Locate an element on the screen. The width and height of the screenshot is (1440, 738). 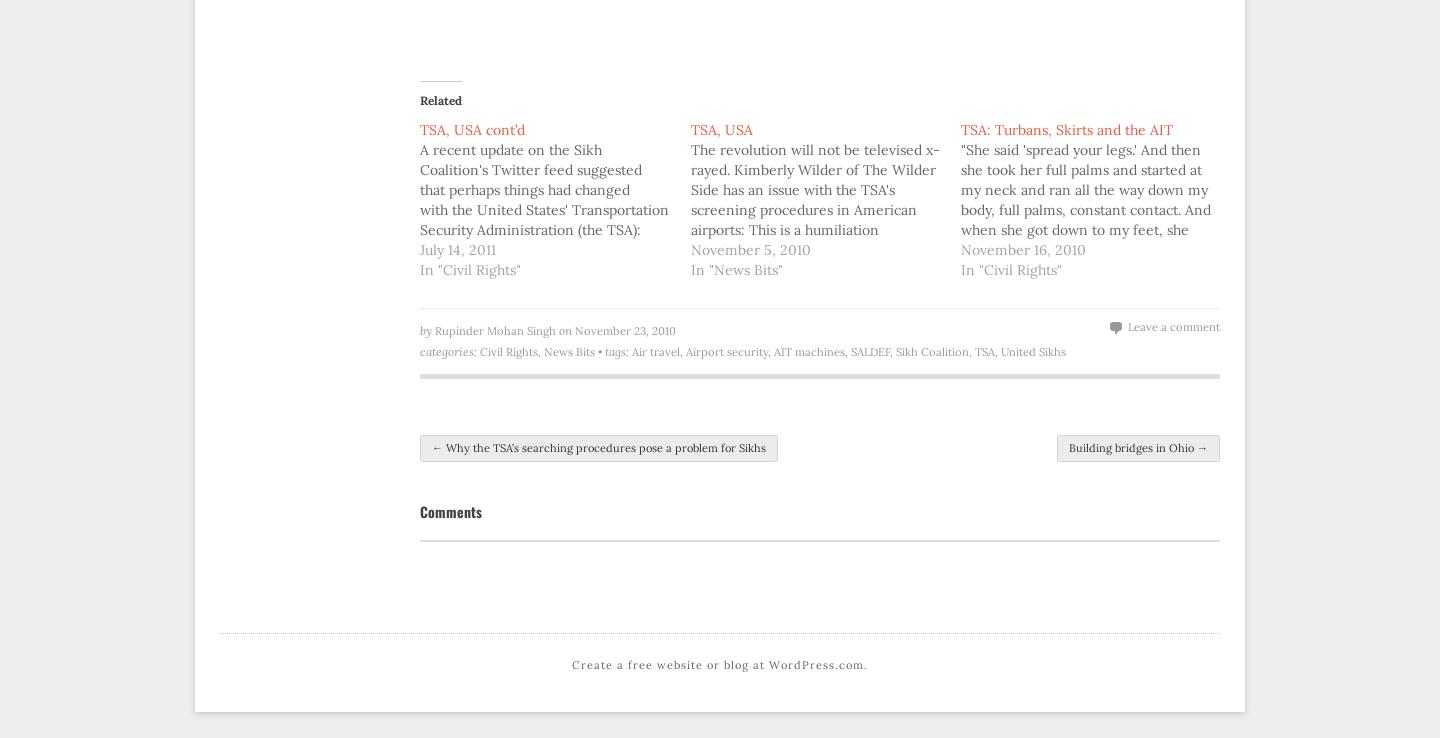
'News Bits' is located at coordinates (544, 352).